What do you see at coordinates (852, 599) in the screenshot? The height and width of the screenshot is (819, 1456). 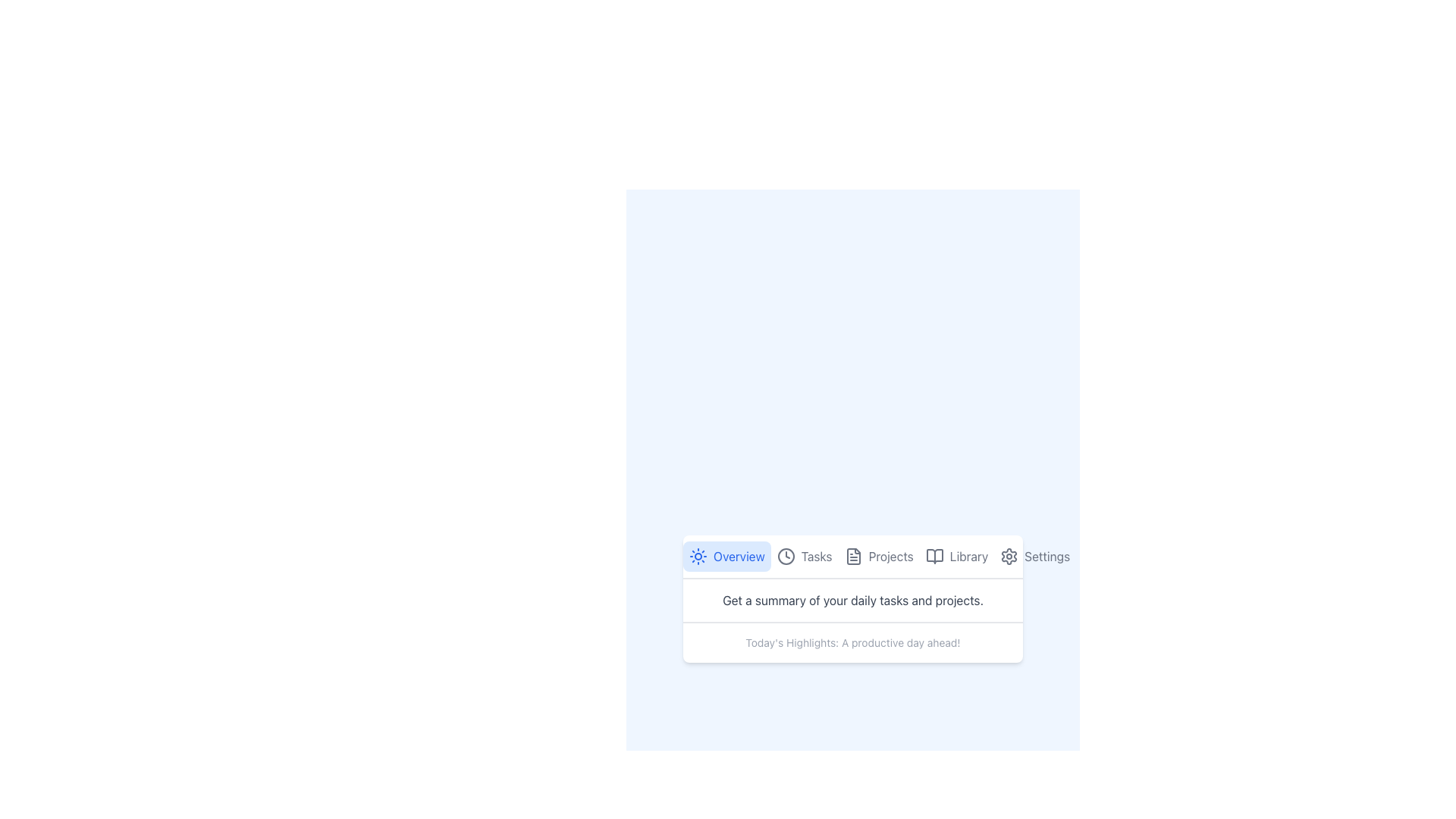 I see `the static text element that contains 'Get a summary of your daily tasks and projects.' styled in gray font, located within a white card below the overview section` at bounding box center [852, 599].